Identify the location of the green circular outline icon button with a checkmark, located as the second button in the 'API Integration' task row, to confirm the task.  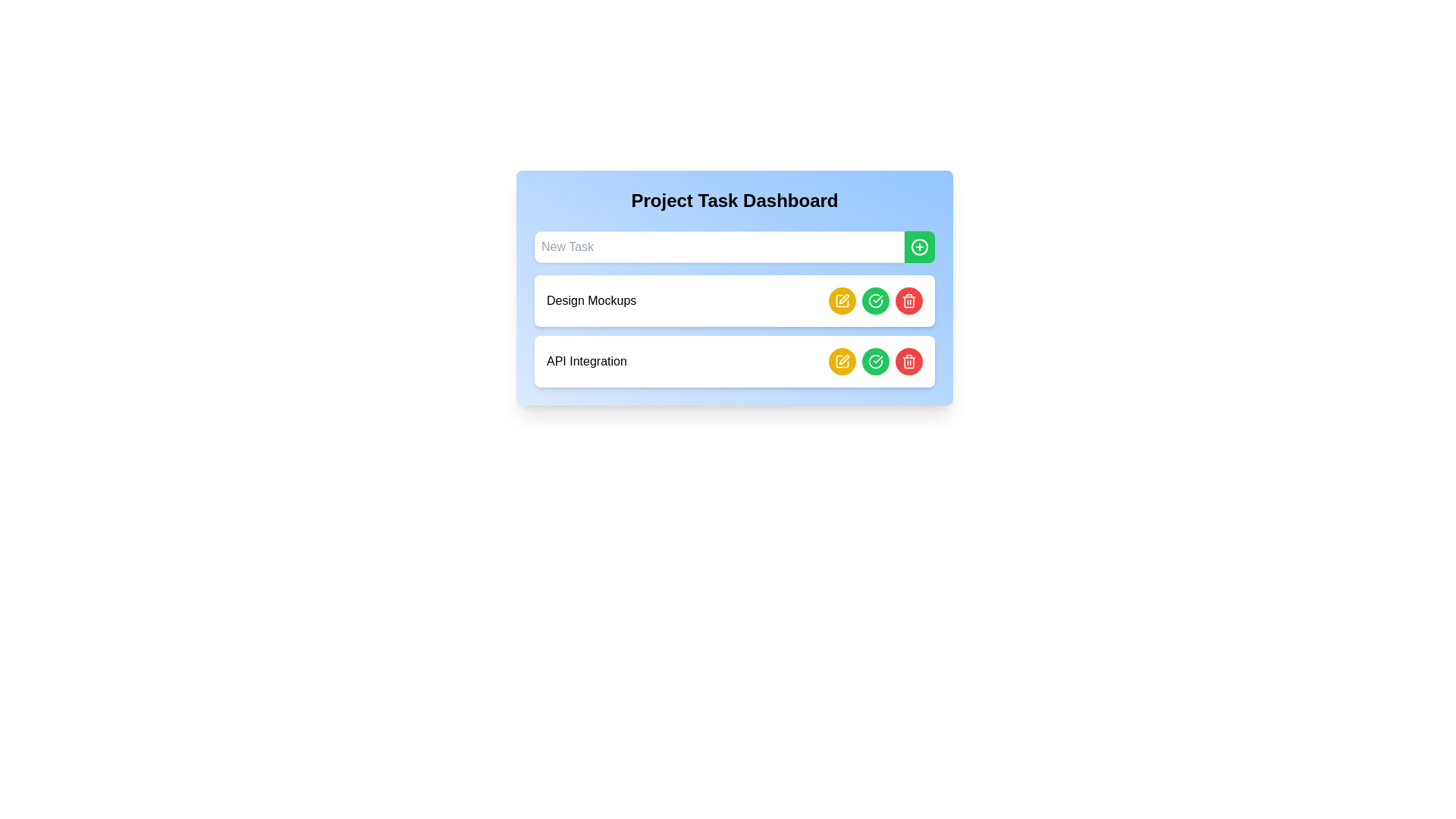
(876, 301).